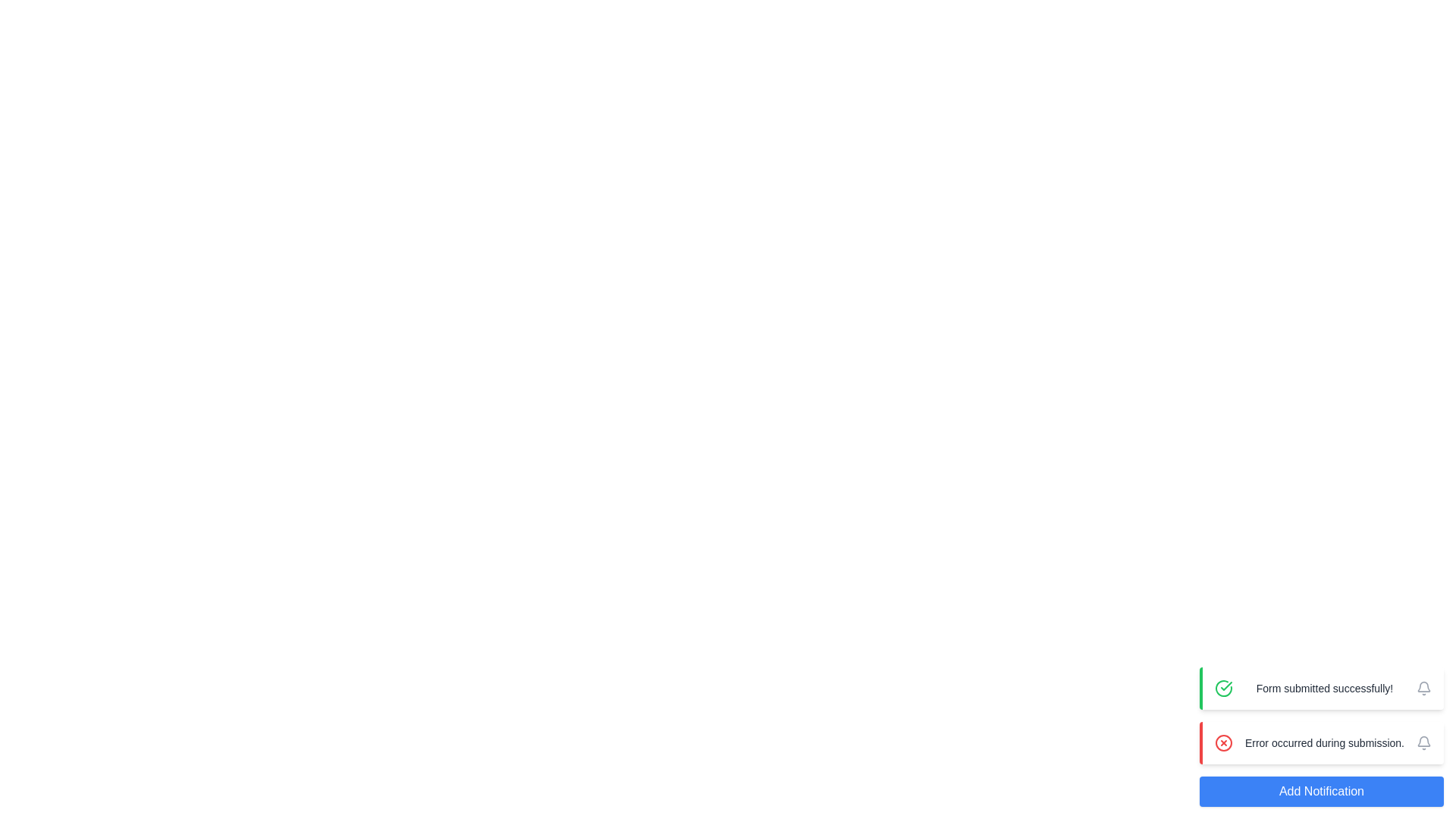  What do you see at coordinates (1320, 791) in the screenshot?
I see `the 'Add Notification' button to add a new notification` at bounding box center [1320, 791].